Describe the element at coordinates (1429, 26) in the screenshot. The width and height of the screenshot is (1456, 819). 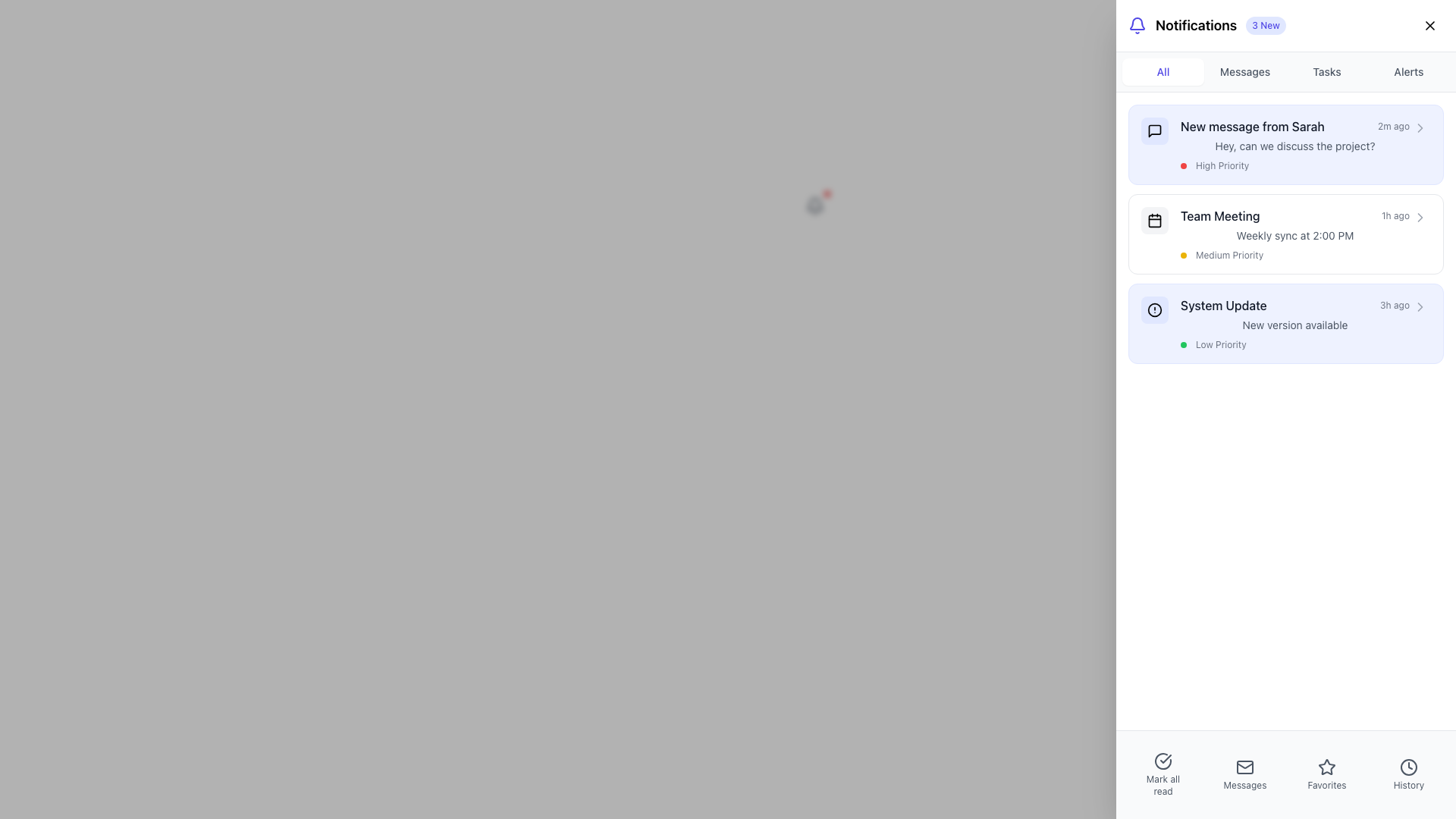
I see `the compact, circular button with an 'X' icon located at the far right end of the header section in the 'Notifications' panel` at that location.